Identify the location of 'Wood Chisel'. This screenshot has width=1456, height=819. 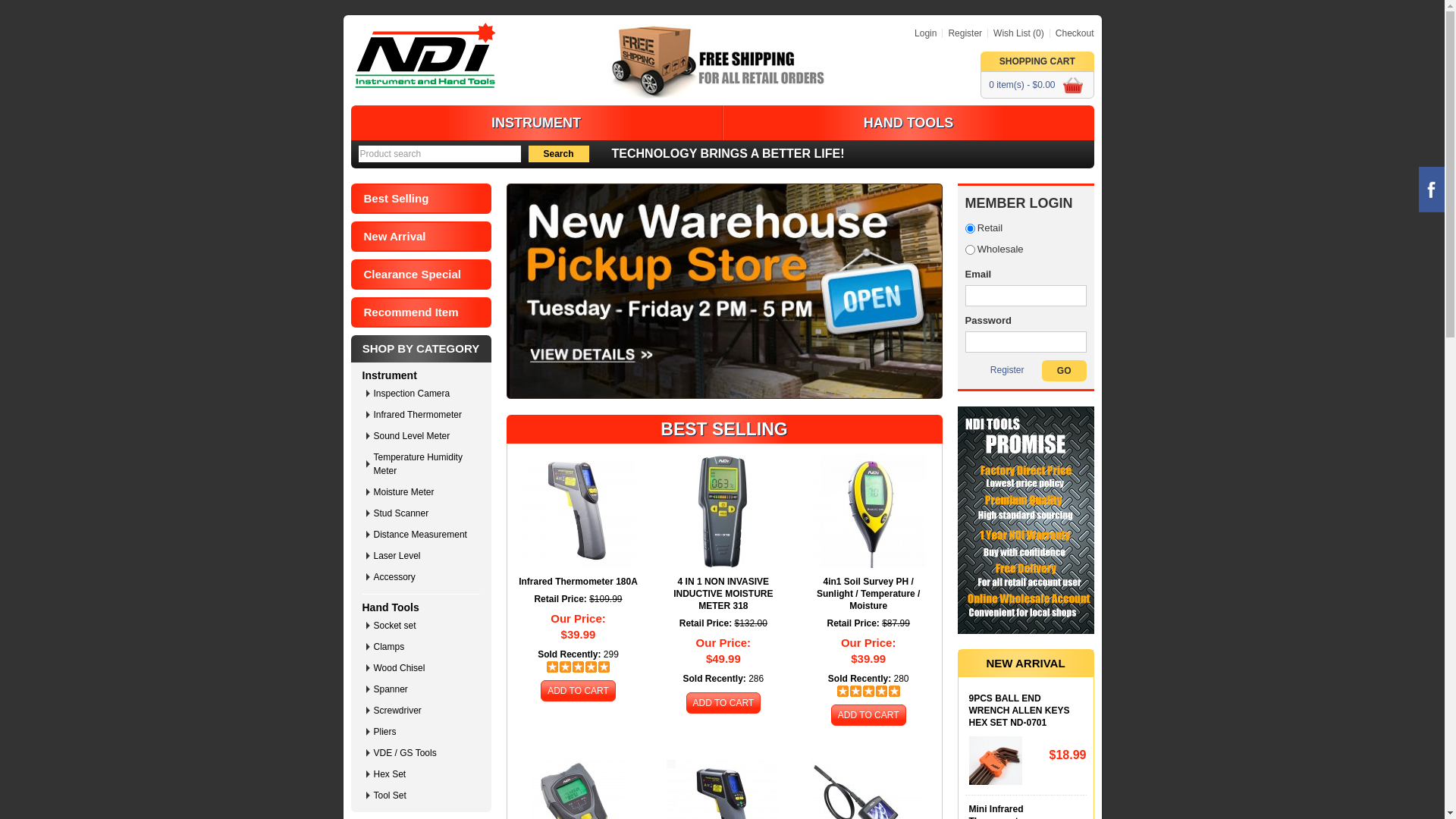
(372, 667).